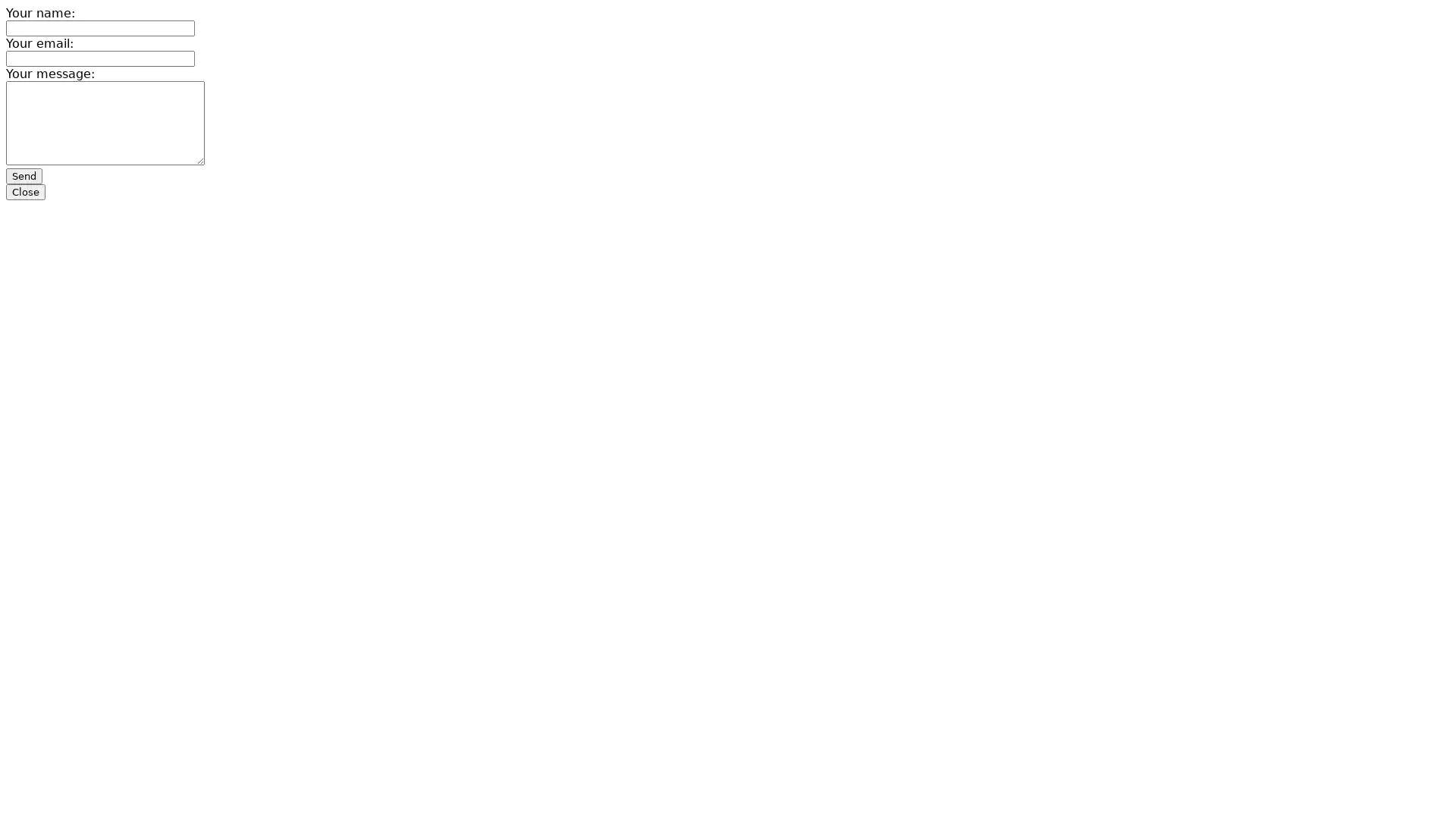 This screenshot has width=1456, height=819. Describe the element at coordinates (24, 175) in the screenshot. I see `Send` at that location.